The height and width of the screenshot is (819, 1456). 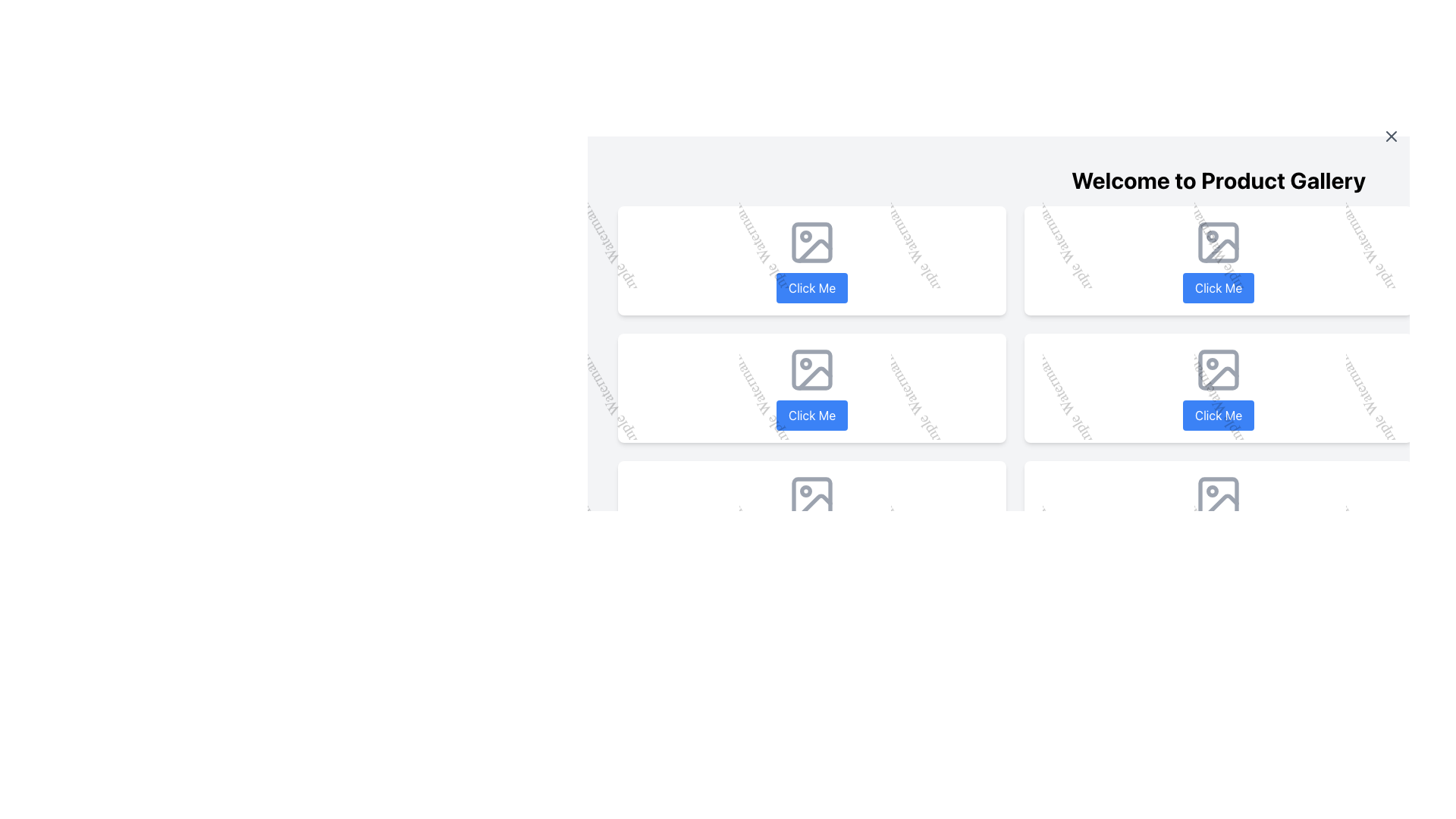 What do you see at coordinates (811, 388) in the screenshot?
I see `the button labeled 'Click Me' within the fourth card component in the grid layout, positioned in the second row and first column` at bounding box center [811, 388].